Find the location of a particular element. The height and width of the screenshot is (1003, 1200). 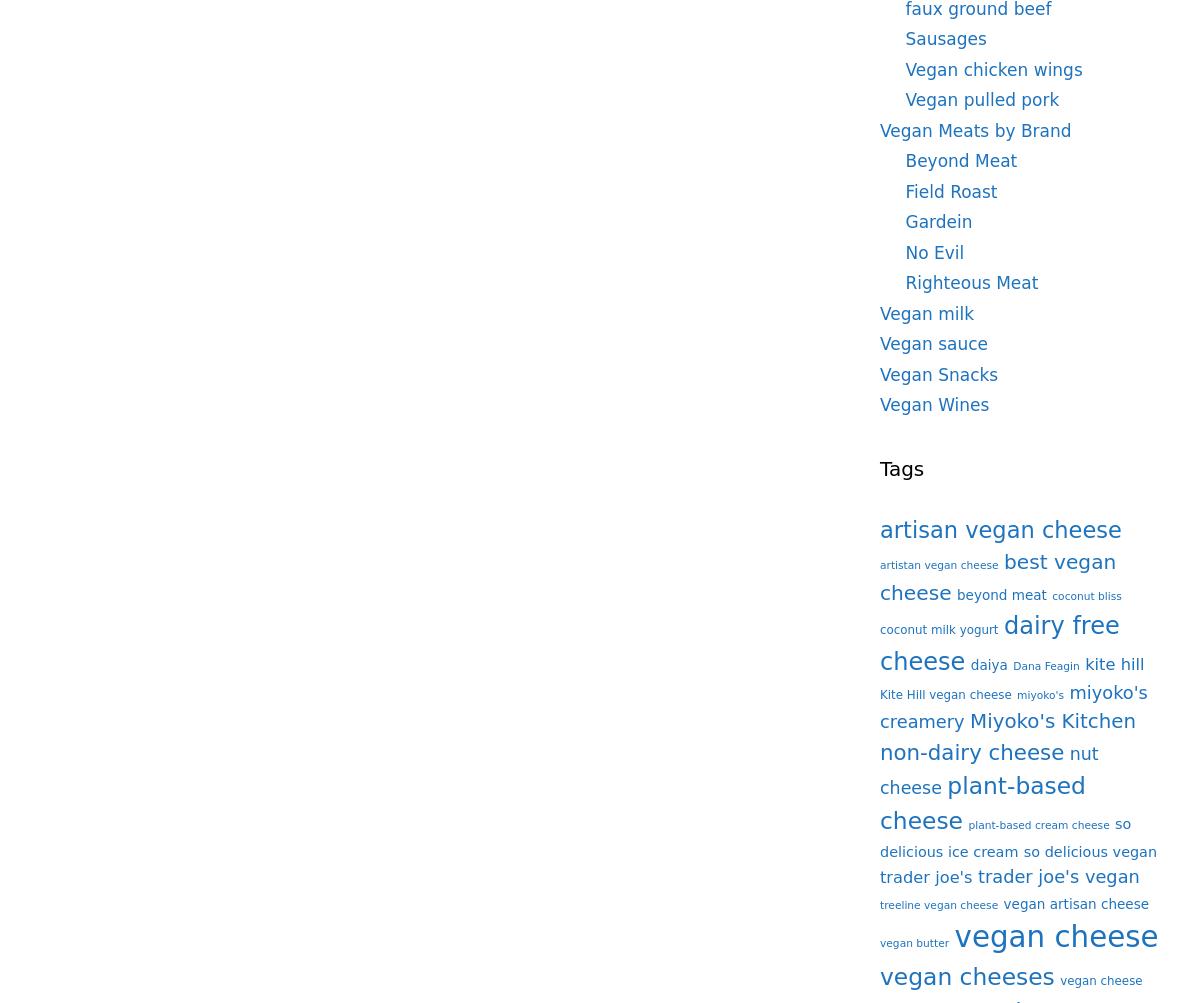

'dairy free cheese' is located at coordinates (878, 643).